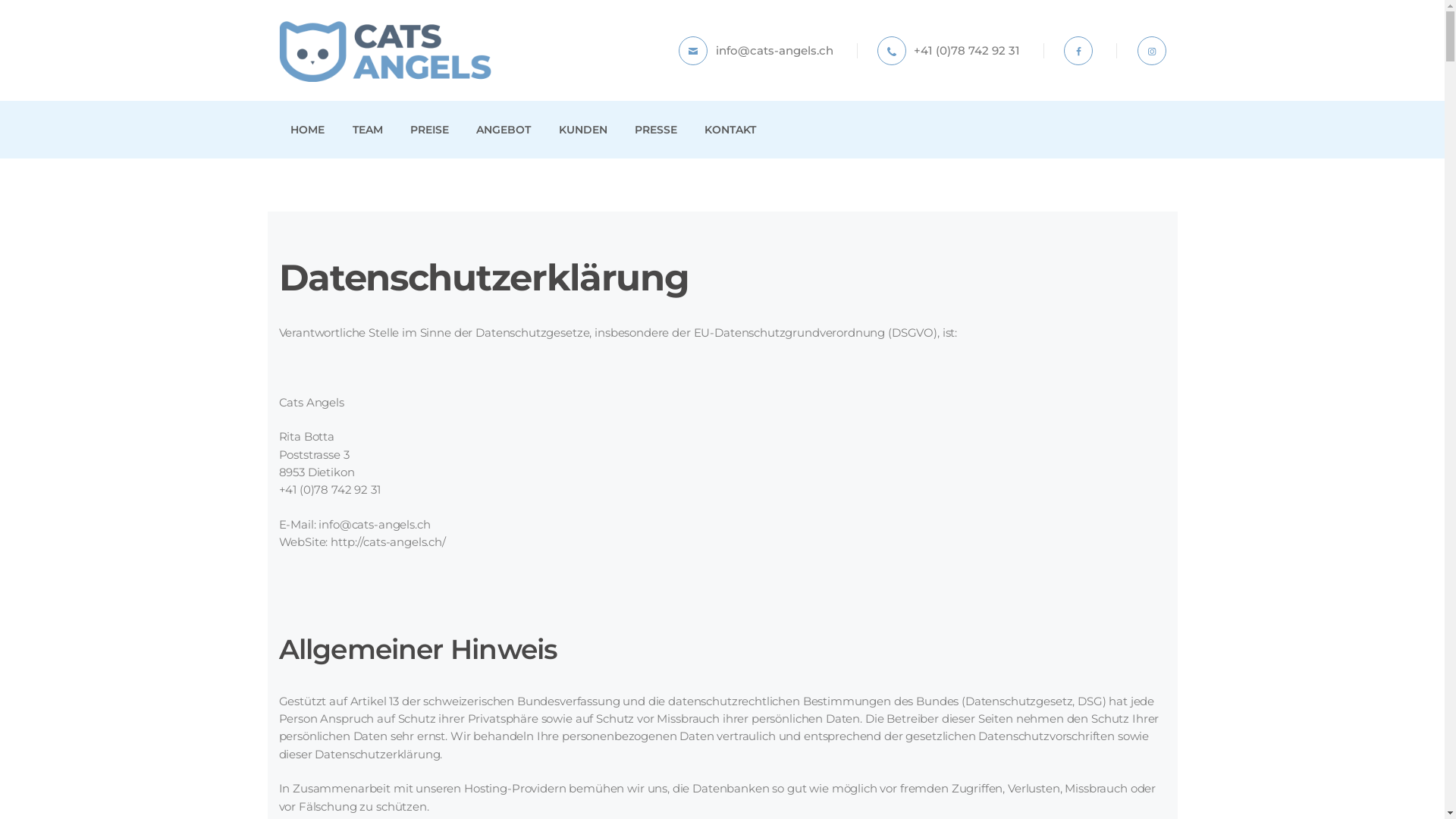  Describe the element at coordinates (692, 128) in the screenshot. I see `'KONTAKT'` at that location.